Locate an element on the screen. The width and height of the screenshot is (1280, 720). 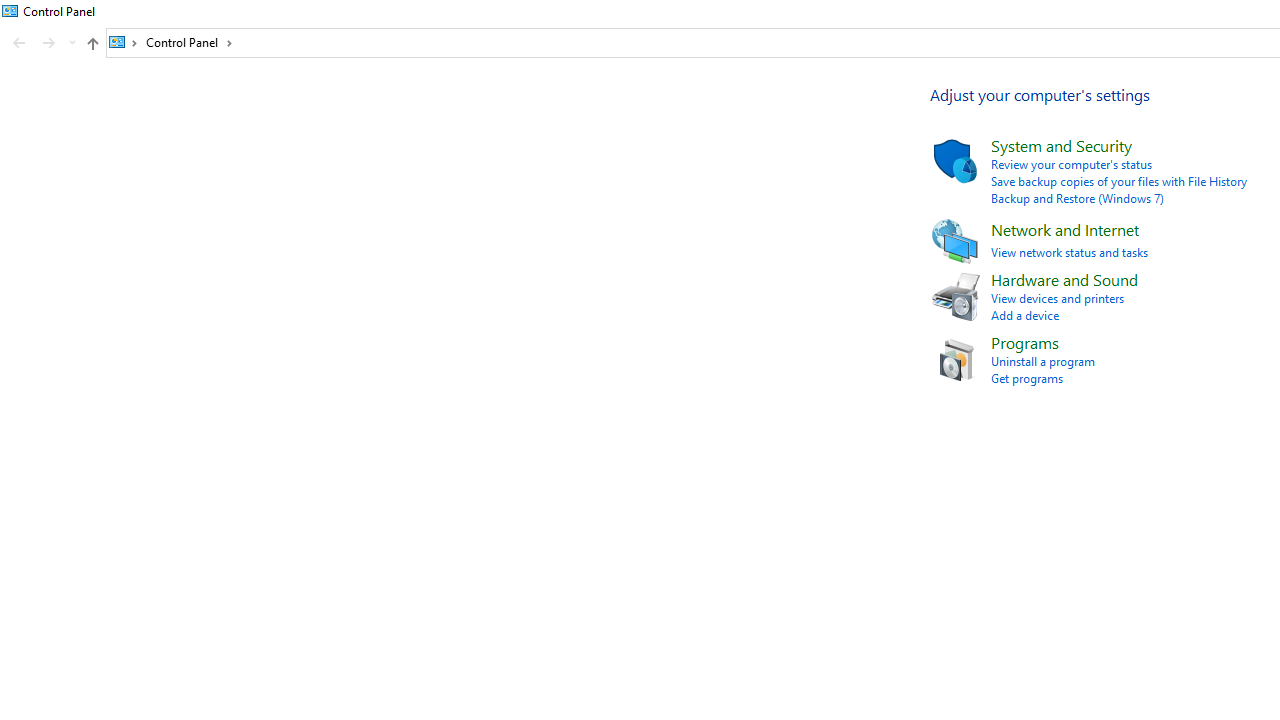
'System and Security' is located at coordinates (1060, 144).